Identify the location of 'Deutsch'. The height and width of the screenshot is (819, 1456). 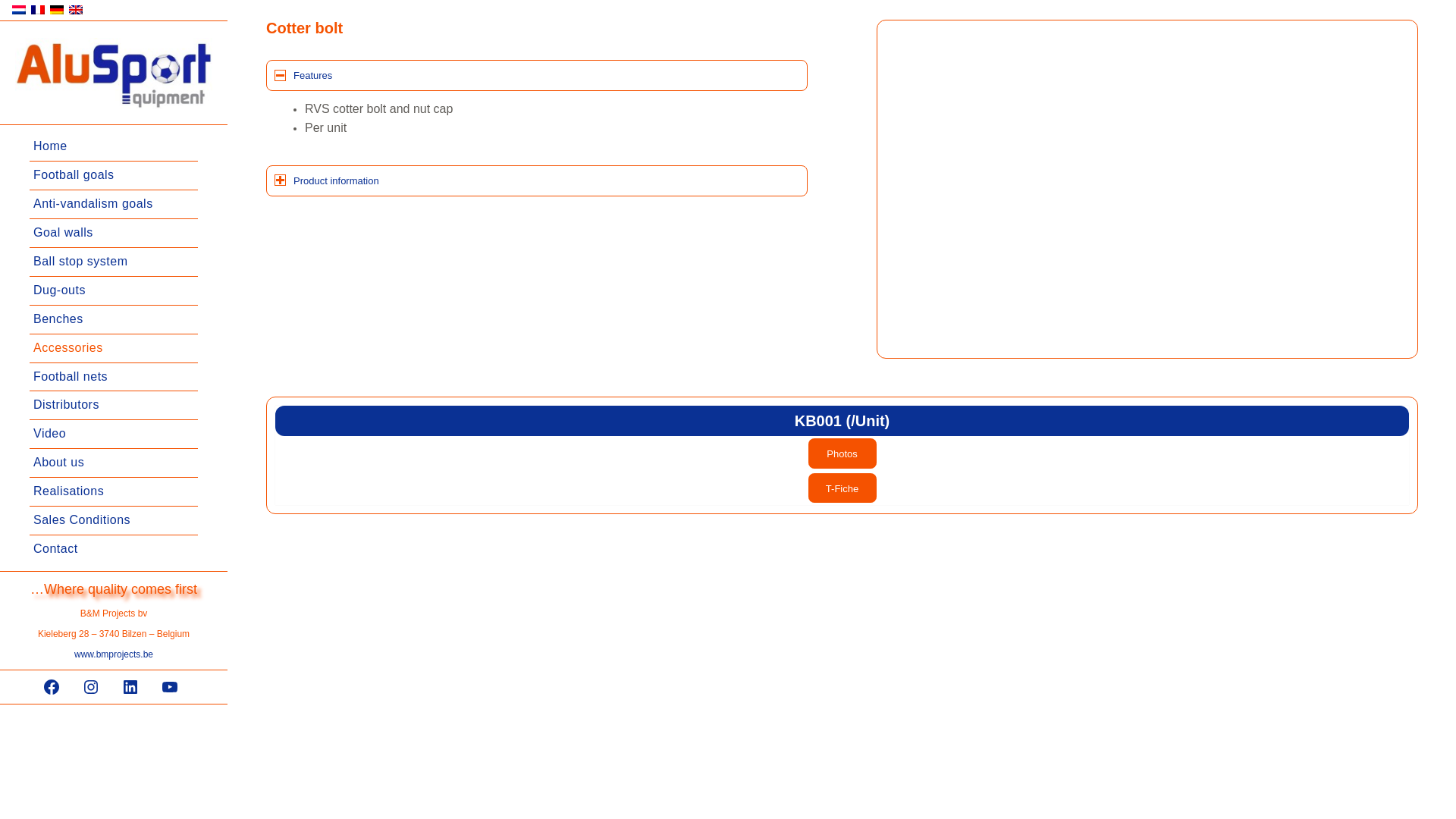
(57, 9).